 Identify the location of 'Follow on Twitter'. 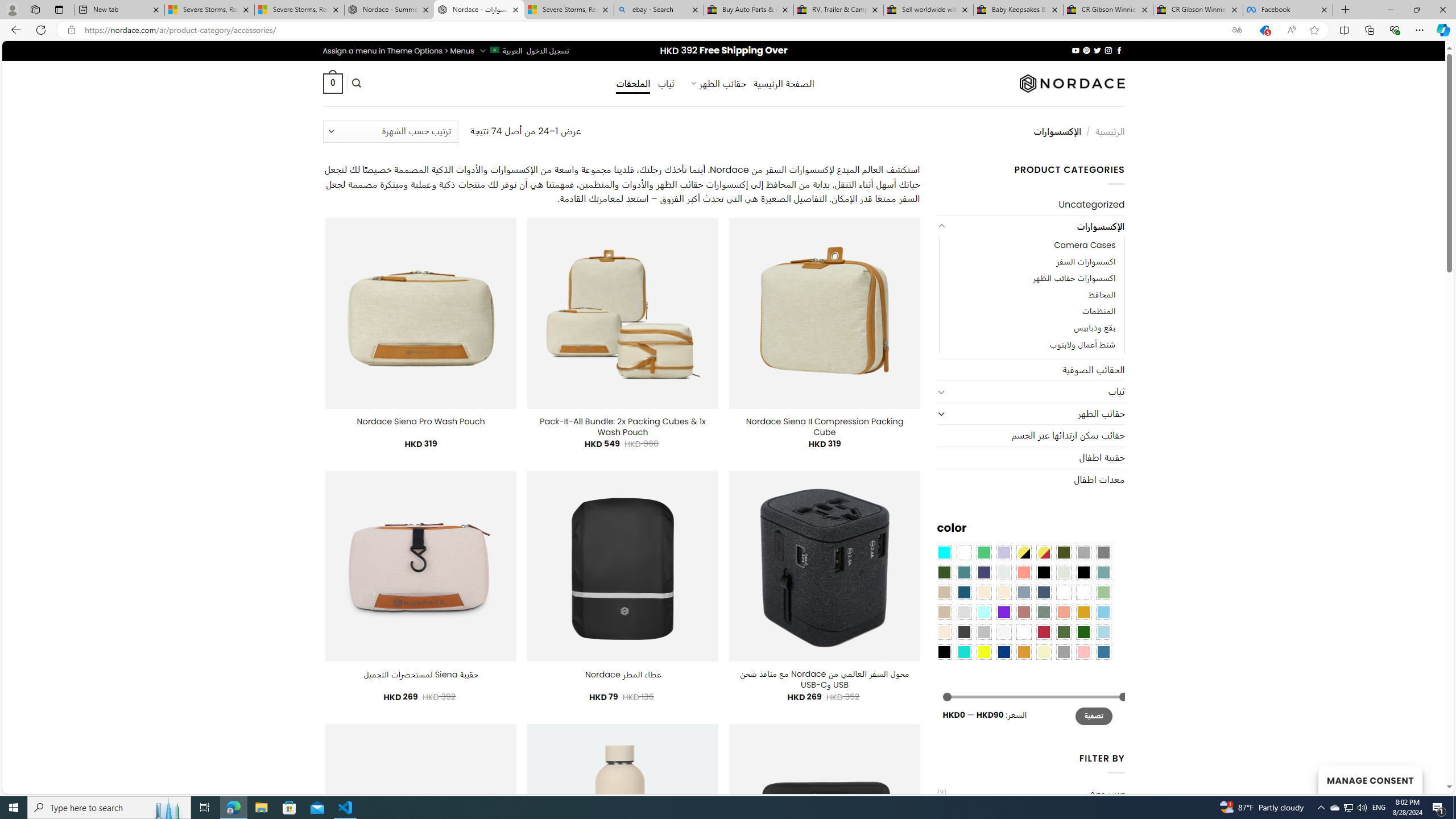
(1097, 50).